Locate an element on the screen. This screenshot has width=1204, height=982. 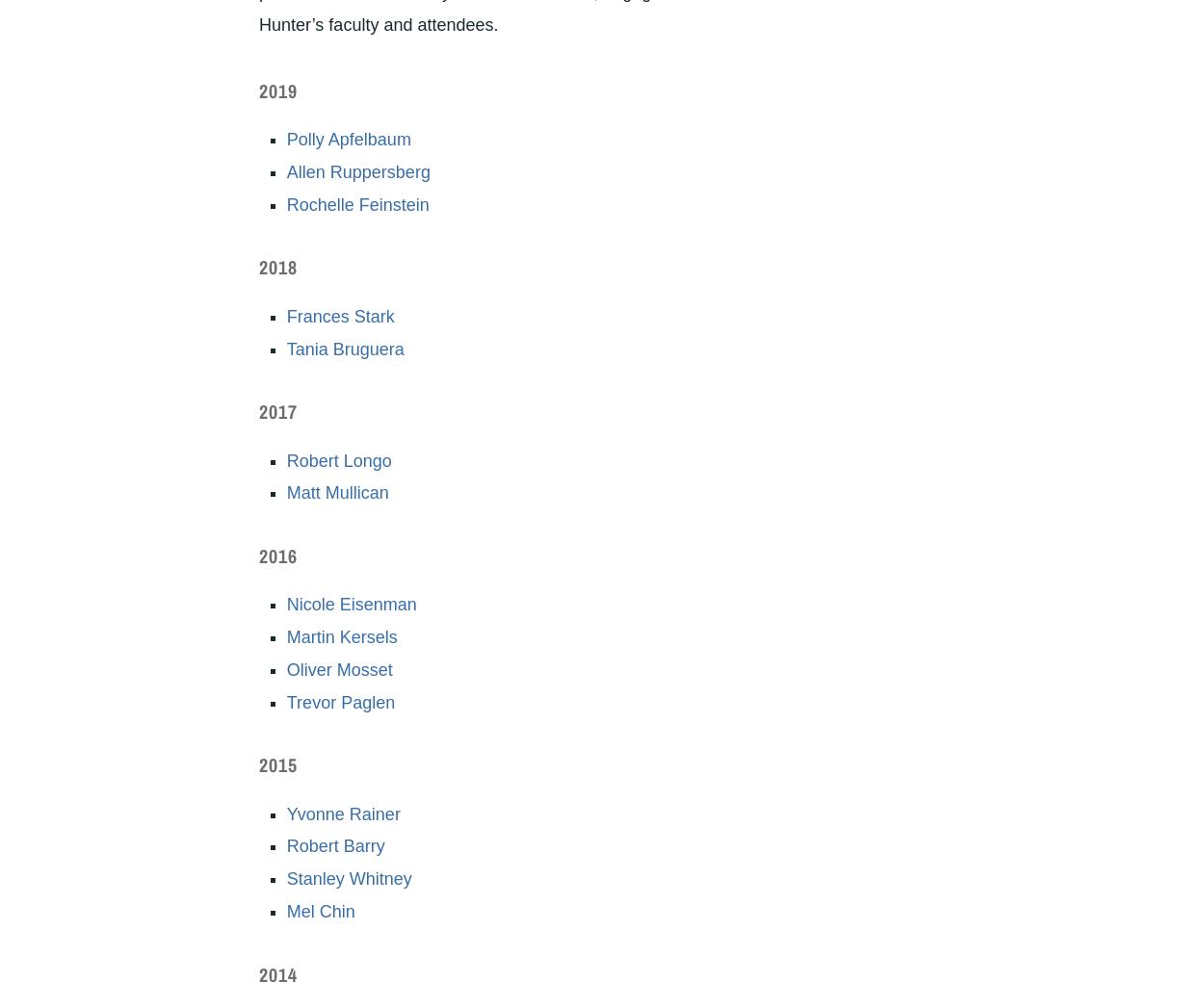
'Tania Bruguera' is located at coordinates (286, 347).